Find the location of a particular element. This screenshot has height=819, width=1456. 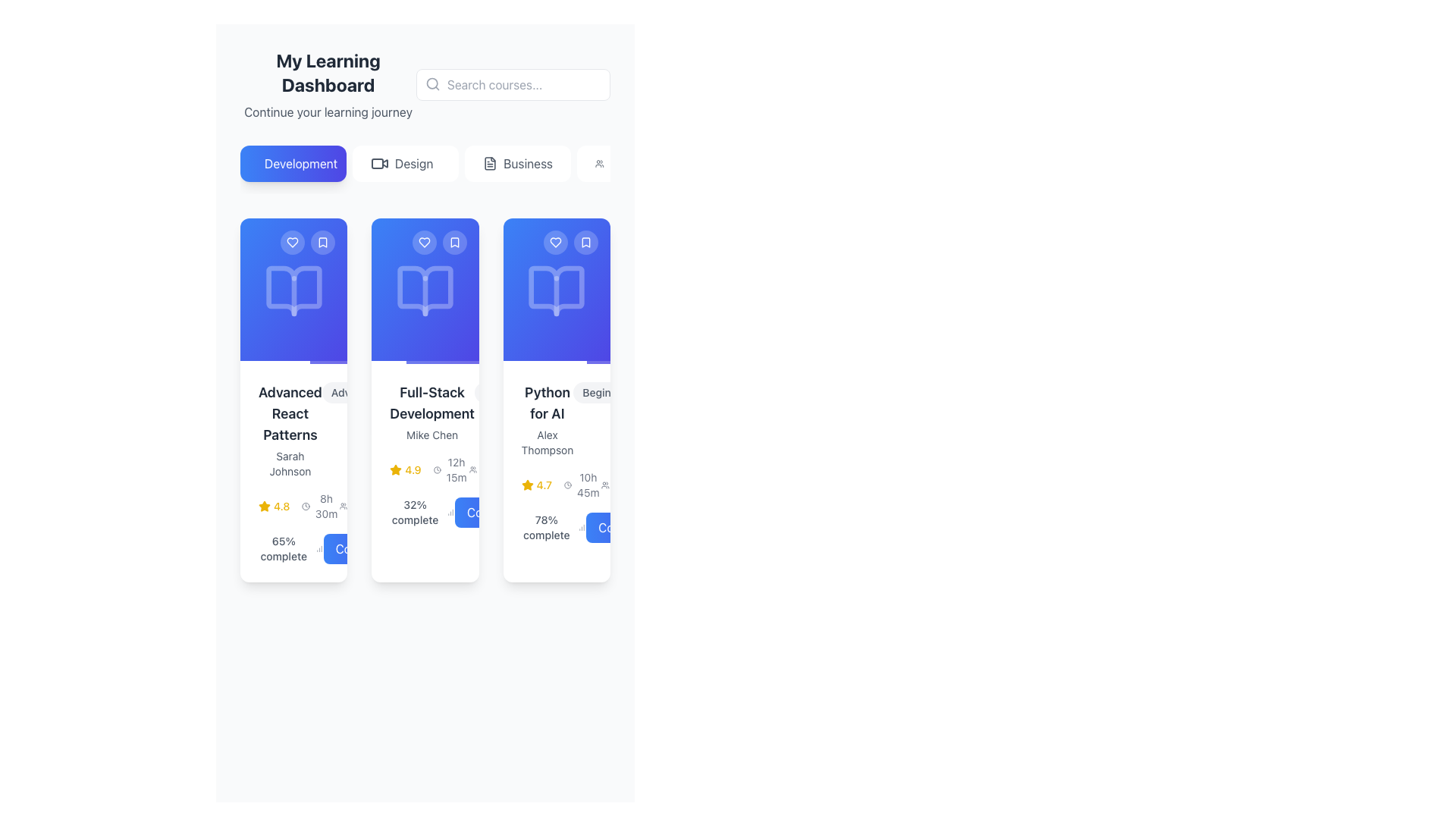

the Text Display containing 'Advanced React Patterns' and 'Sarah Johnson' located in the first card of the learning dashboard is located at coordinates (290, 430).